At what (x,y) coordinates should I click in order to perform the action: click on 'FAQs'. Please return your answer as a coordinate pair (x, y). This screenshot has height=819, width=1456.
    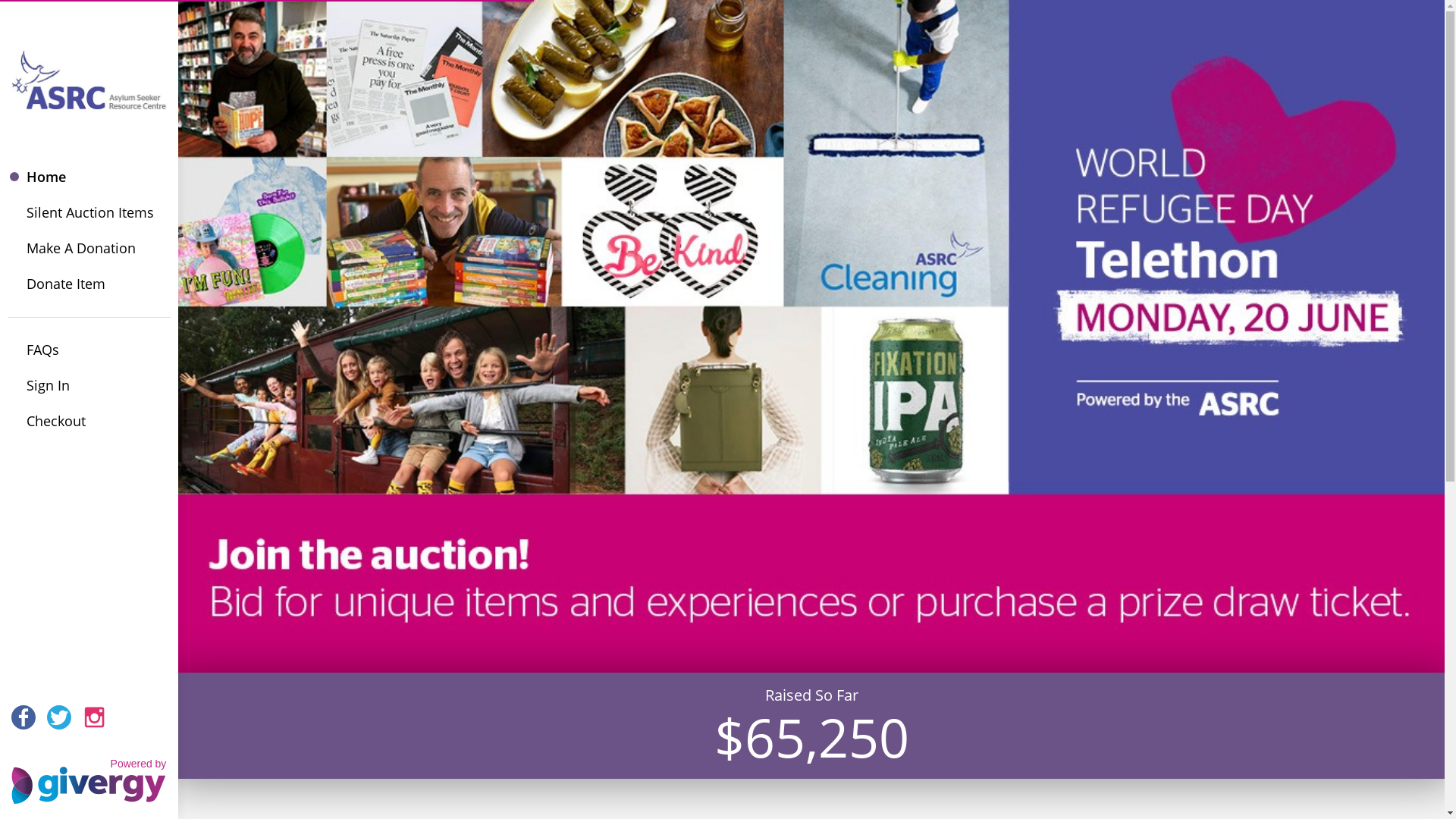
    Looking at the image, I should click on (88, 350).